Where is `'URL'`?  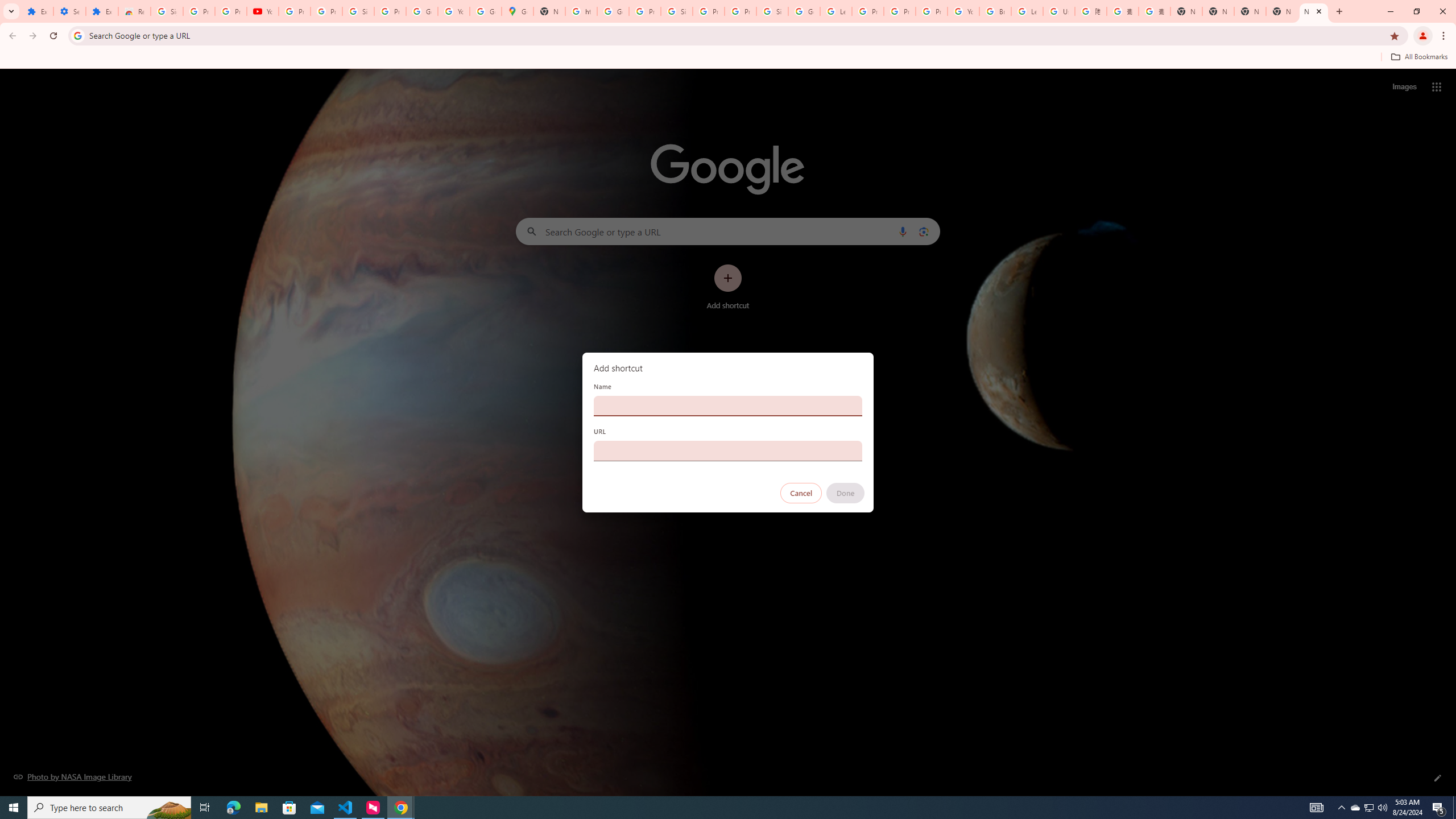 'URL' is located at coordinates (728, 450).